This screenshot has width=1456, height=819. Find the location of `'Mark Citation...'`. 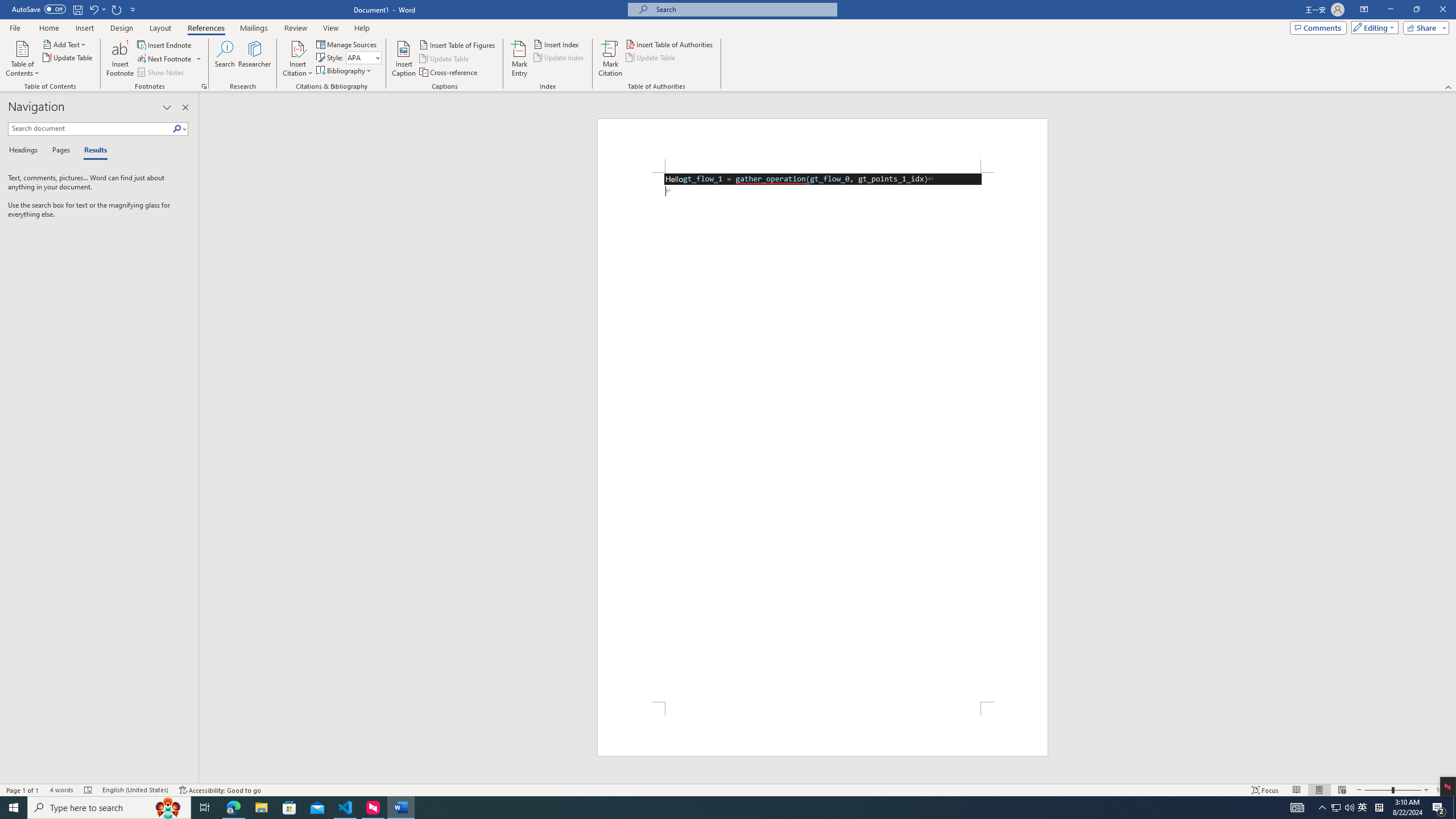

'Mark Citation...' is located at coordinates (610, 59).